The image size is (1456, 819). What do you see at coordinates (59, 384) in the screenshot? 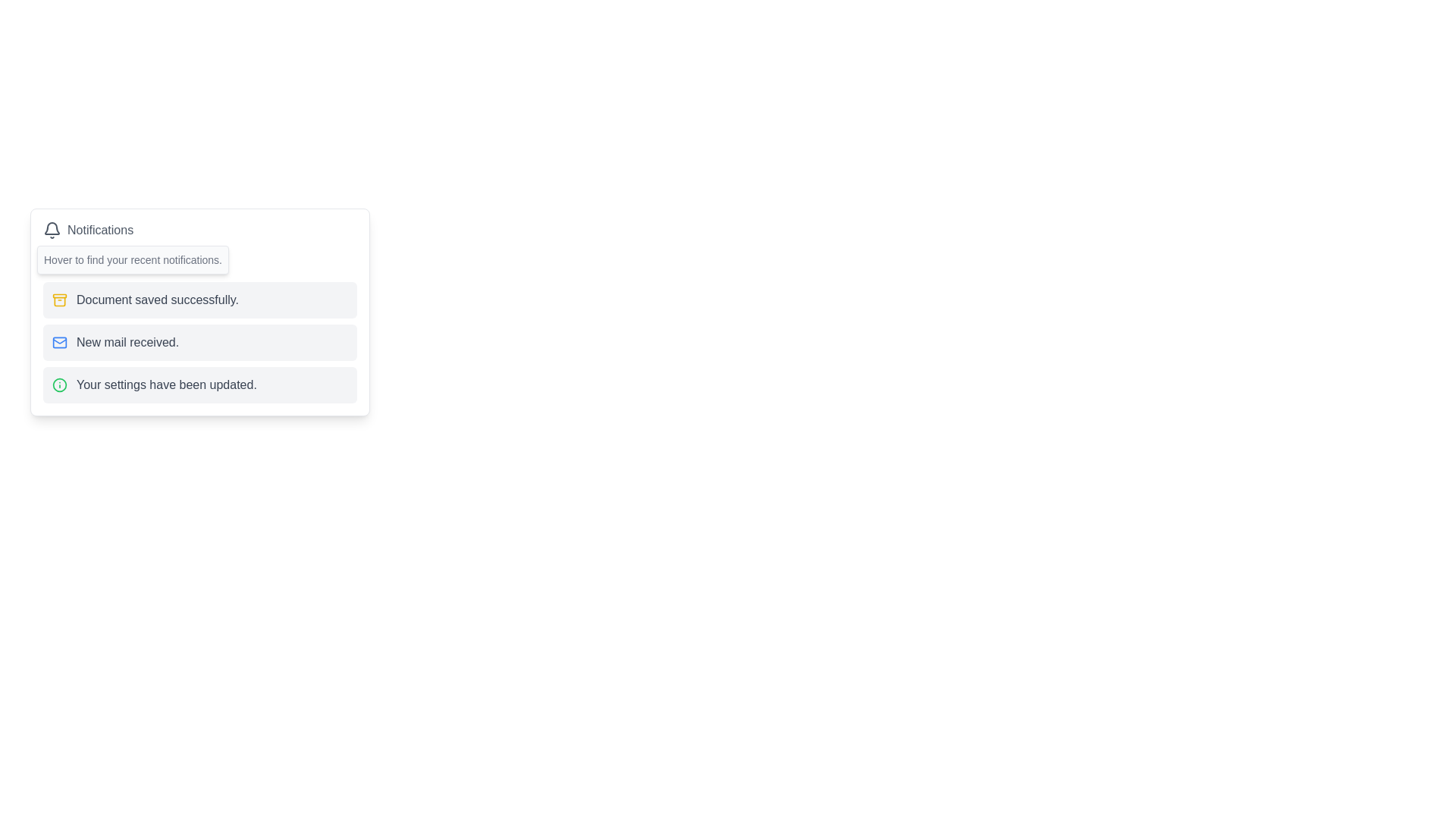
I see `the circular icon with a green border and an exclamation mark, which is positioned at the beginning of the 'Your settings have been updated' notification message in the gray notification card` at bounding box center [59, 384].